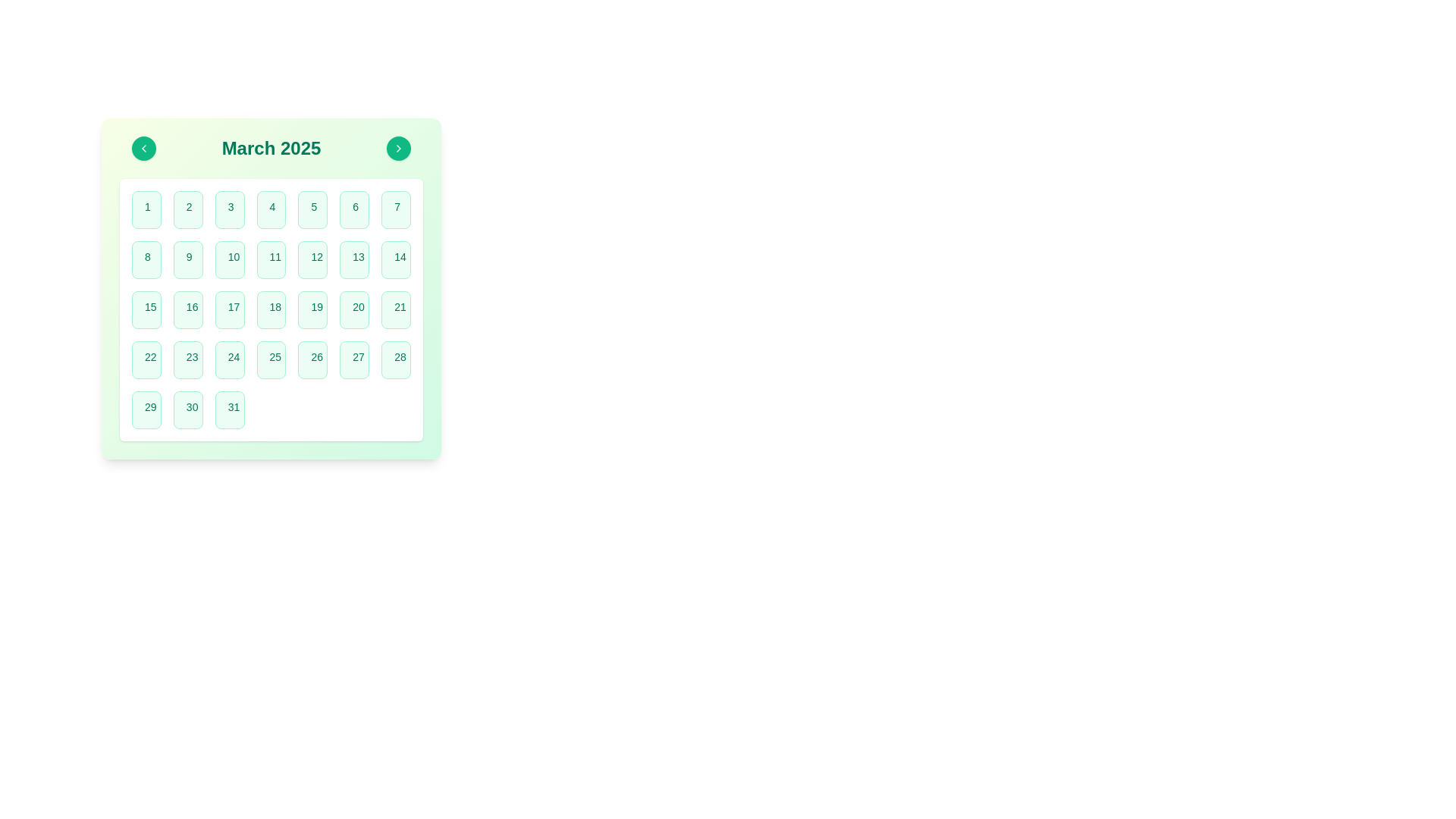 This screenshot has height=819, width=1456. Describe the element at coordinates (144, 149) in the screenshot. I see `the leftward-pointing chevron arrow icon within the circular green button on the left side of the header labeled 'March 2025'` at that location.